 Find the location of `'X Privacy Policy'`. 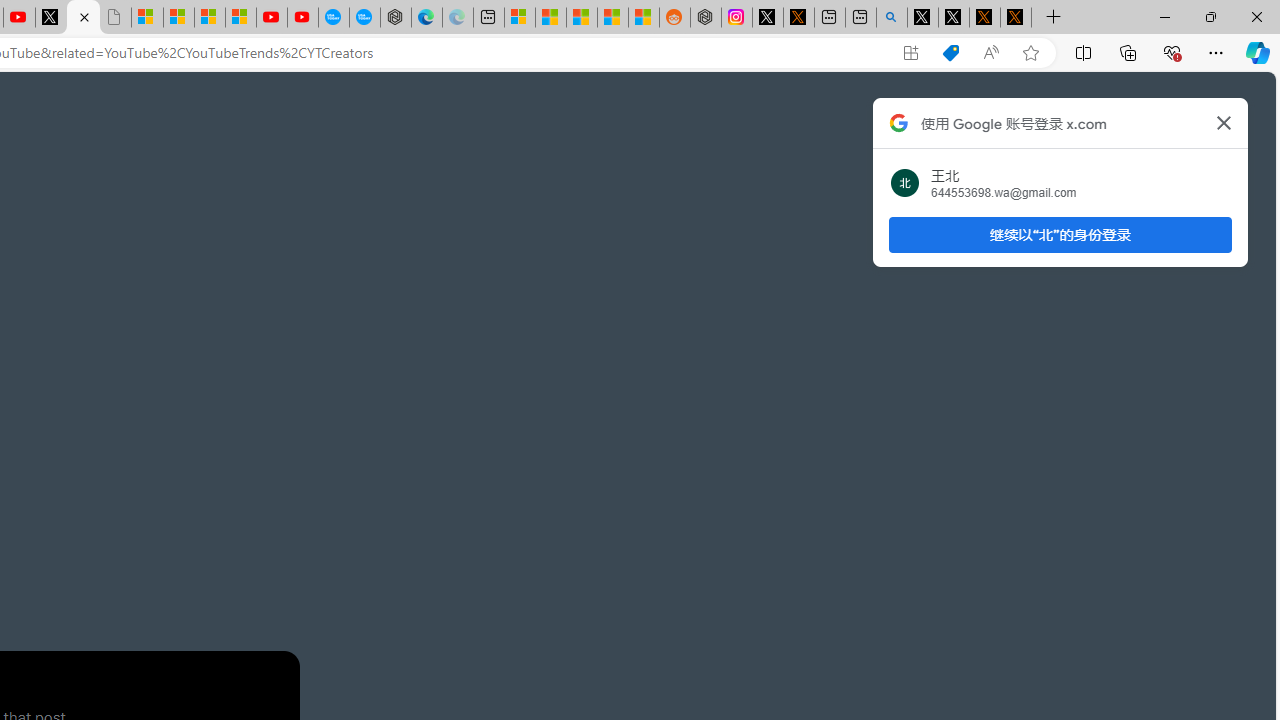

'X Privacy Policy' is located at coordinates (1015, 17).